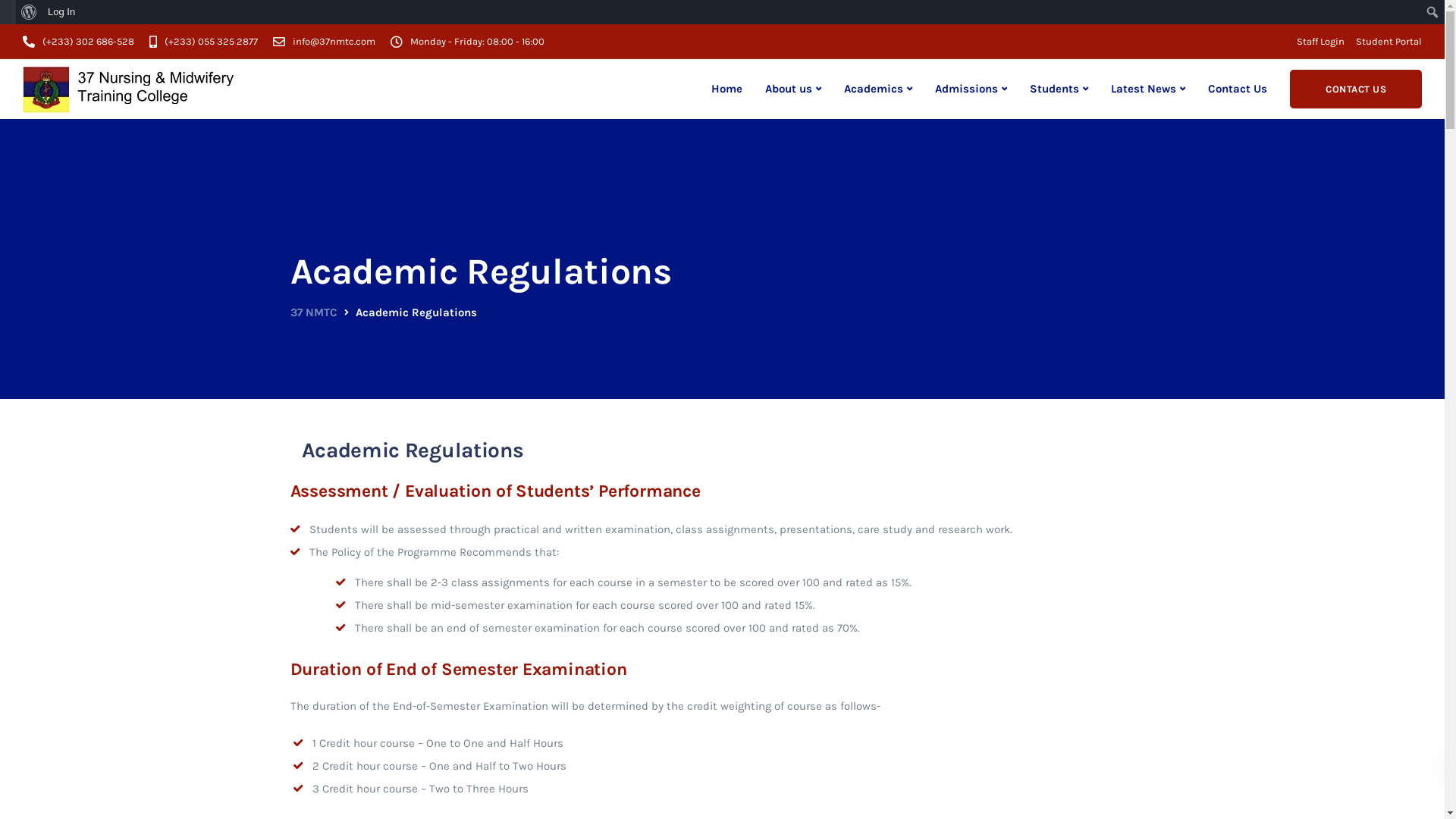 This screenshot has height=819, width=1456. I want to click on 'About us', so click(792, 89).